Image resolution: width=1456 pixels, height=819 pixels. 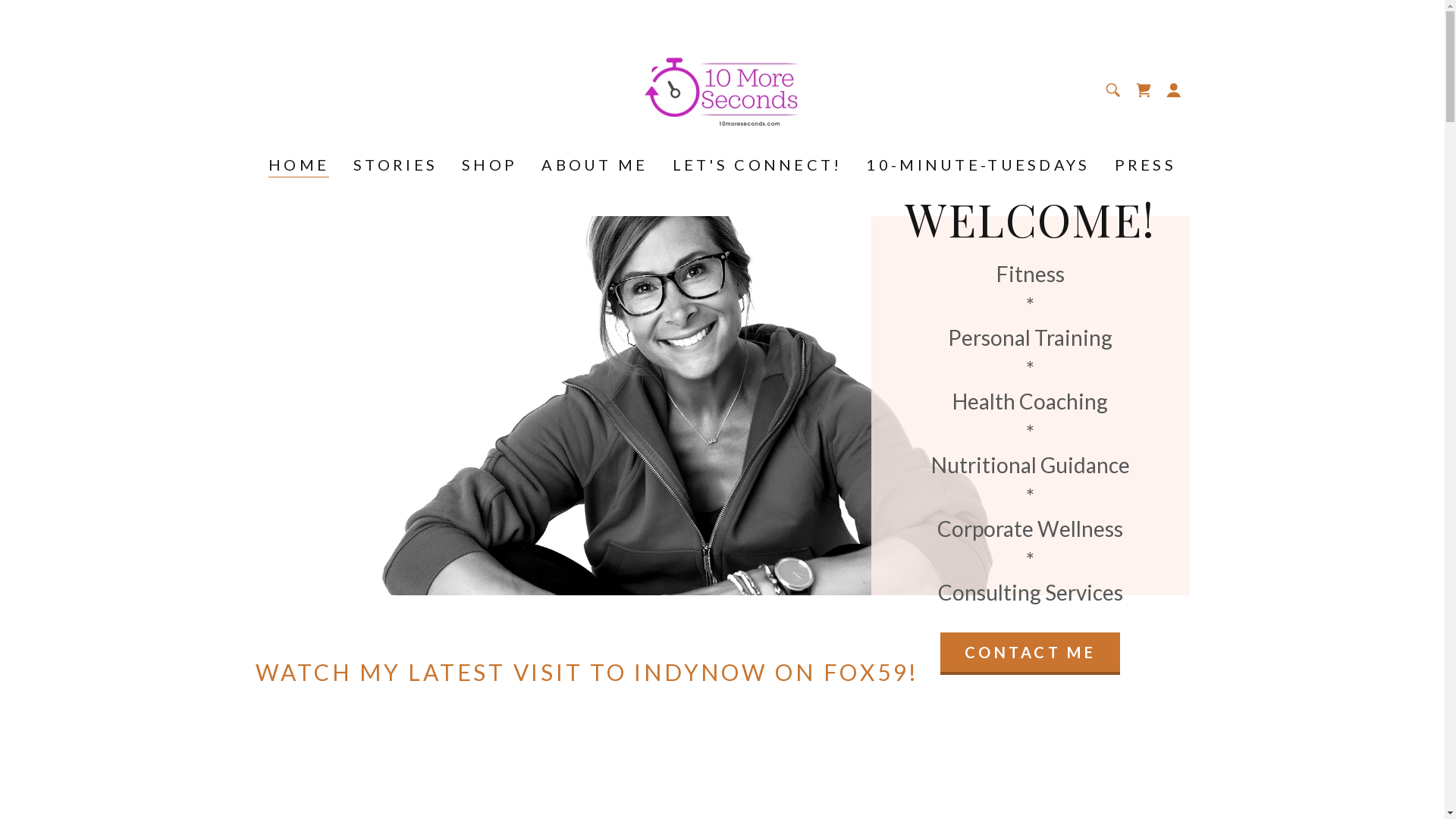 What do you see at coordinates (1030, 652) in the screenshot?
I see `'CONTACT ME'` at bounding box center [1030, 652].